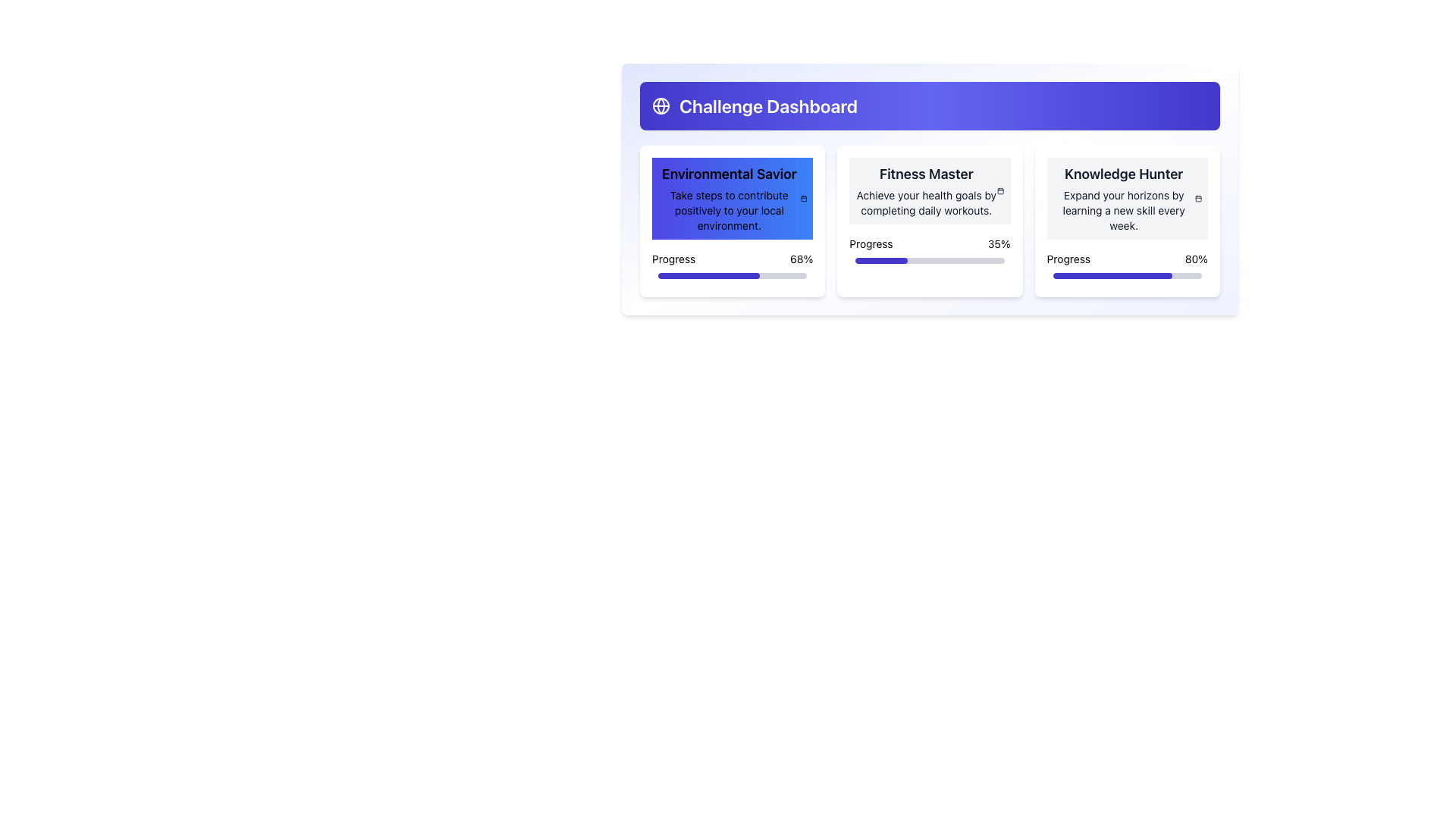 Image resolution: width=1456 pixels, height=819 pixels. Describe the element at coordinates (1124, 198) in the screenshot. I see `information presented in the Text Block titled 'Knowledge Hunter' located in the top-right quarter of the interface, which provides a description about learning new skills` at that location.